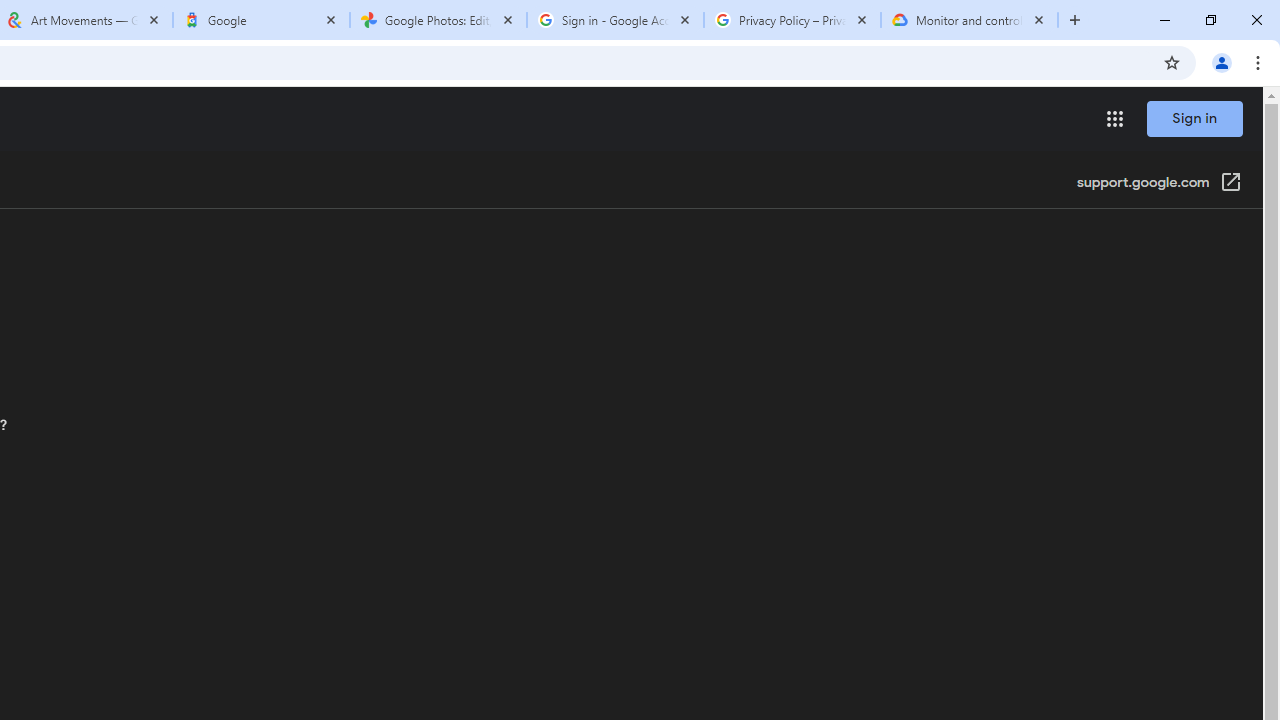 This screenshot has height=720, width=1280. I want to click on 'Sign in - Google Accounts', so click(614, 20).